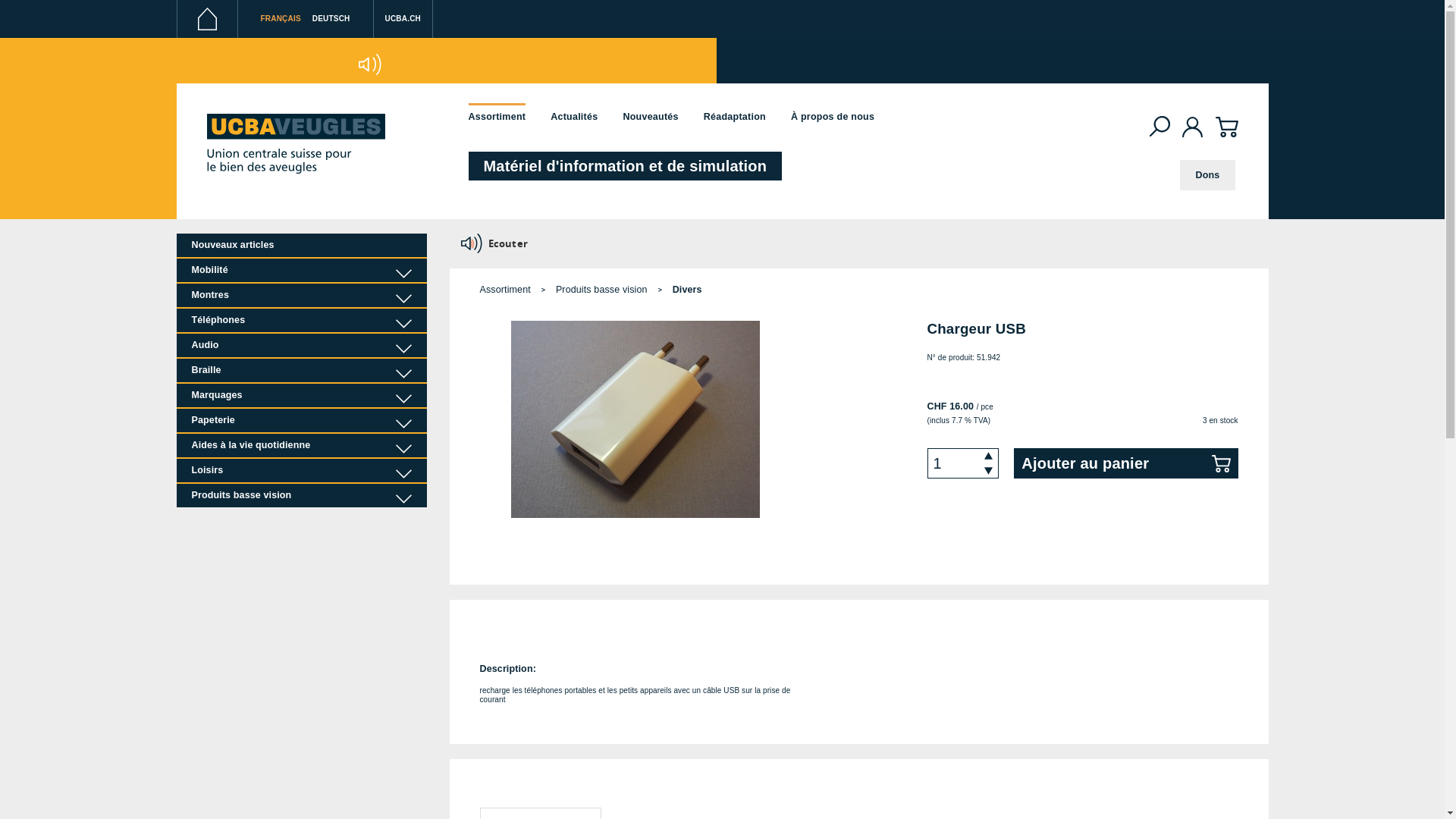 The height and width of the screenshot is (819, 1456). Describe the element at coordinates (206, 18) in the screenshot. I see `'Home'` at that location.